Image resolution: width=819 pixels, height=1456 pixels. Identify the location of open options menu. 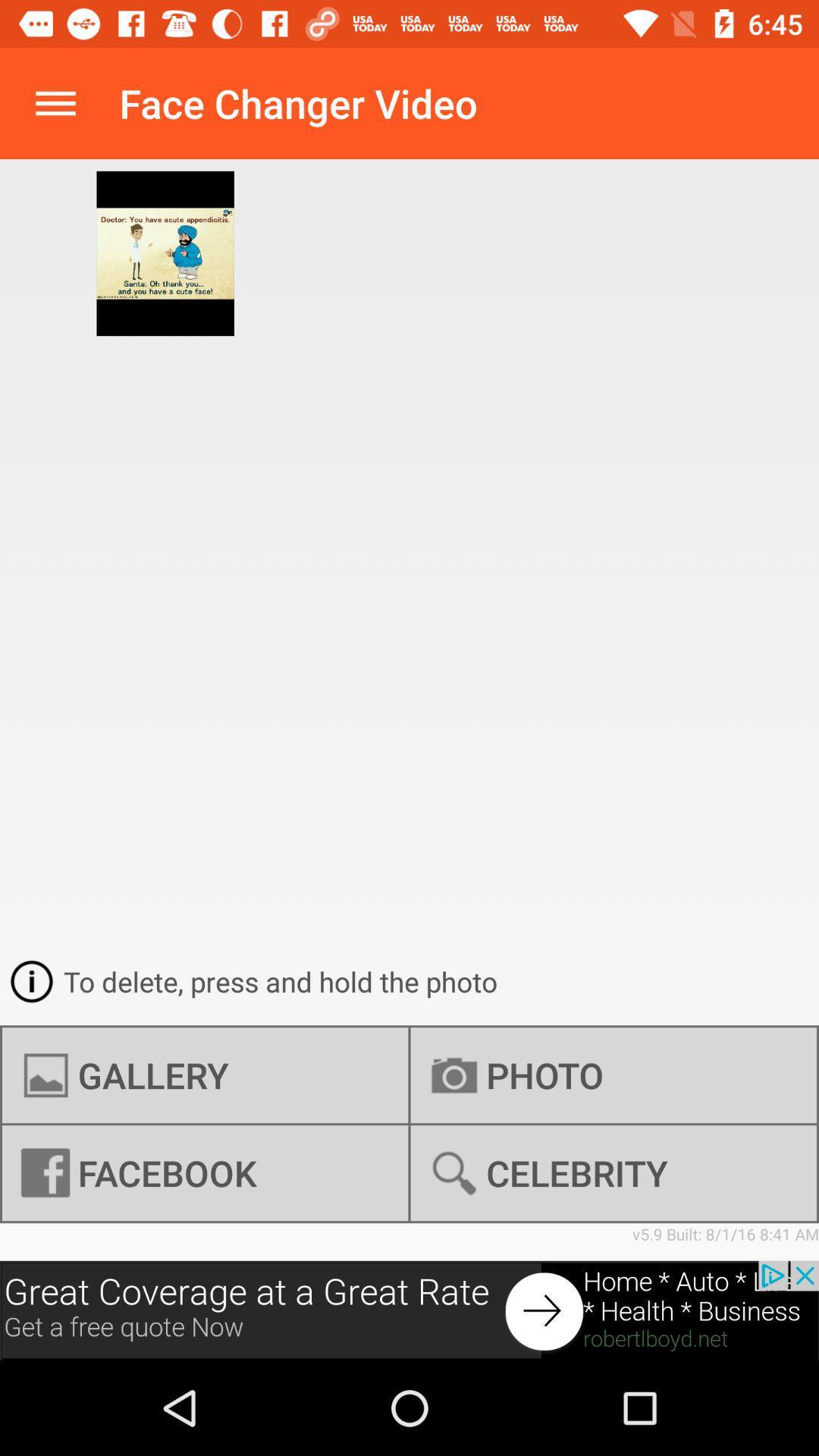
(55, 102).